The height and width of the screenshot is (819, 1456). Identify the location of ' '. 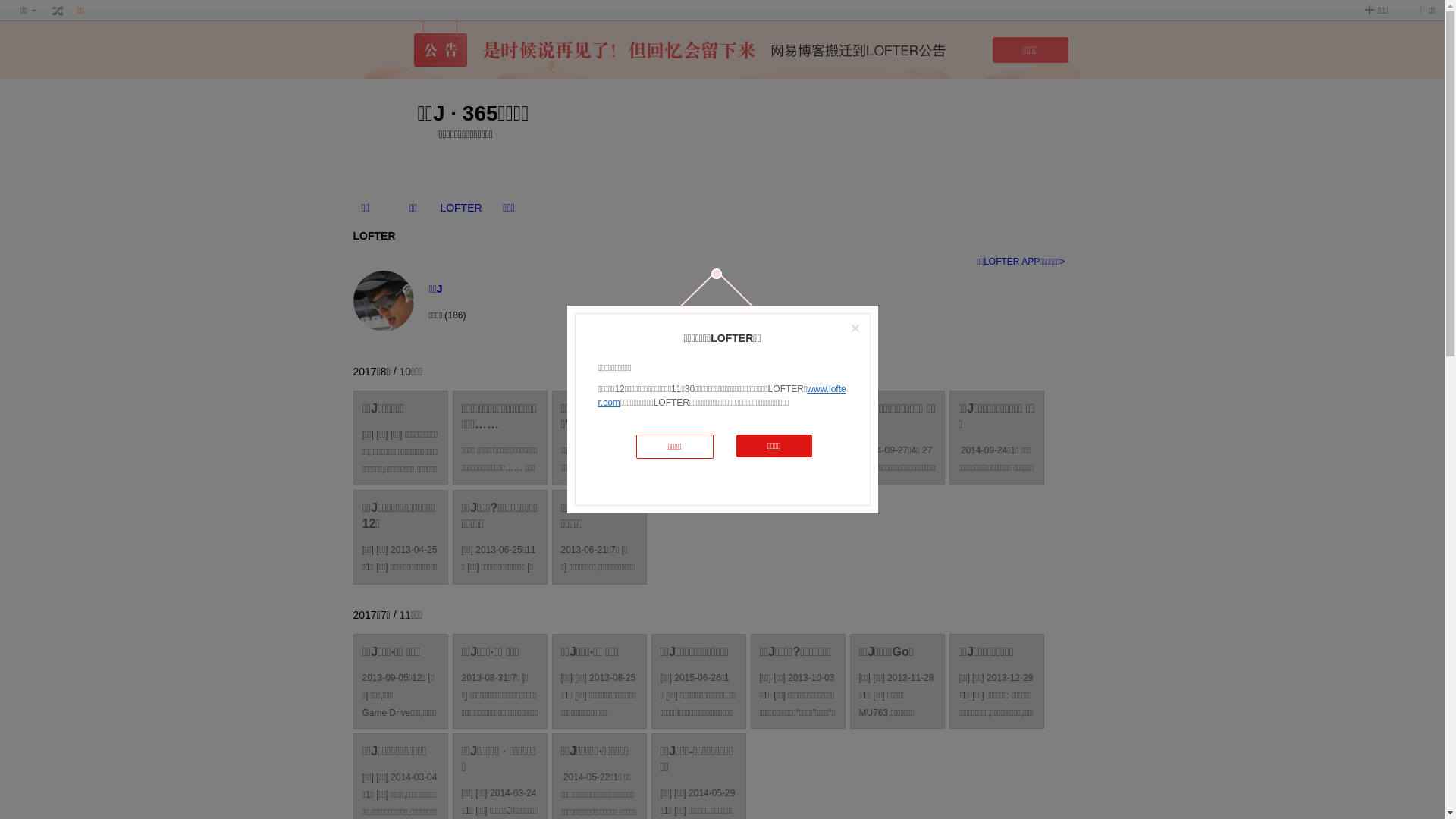
(58, 11).